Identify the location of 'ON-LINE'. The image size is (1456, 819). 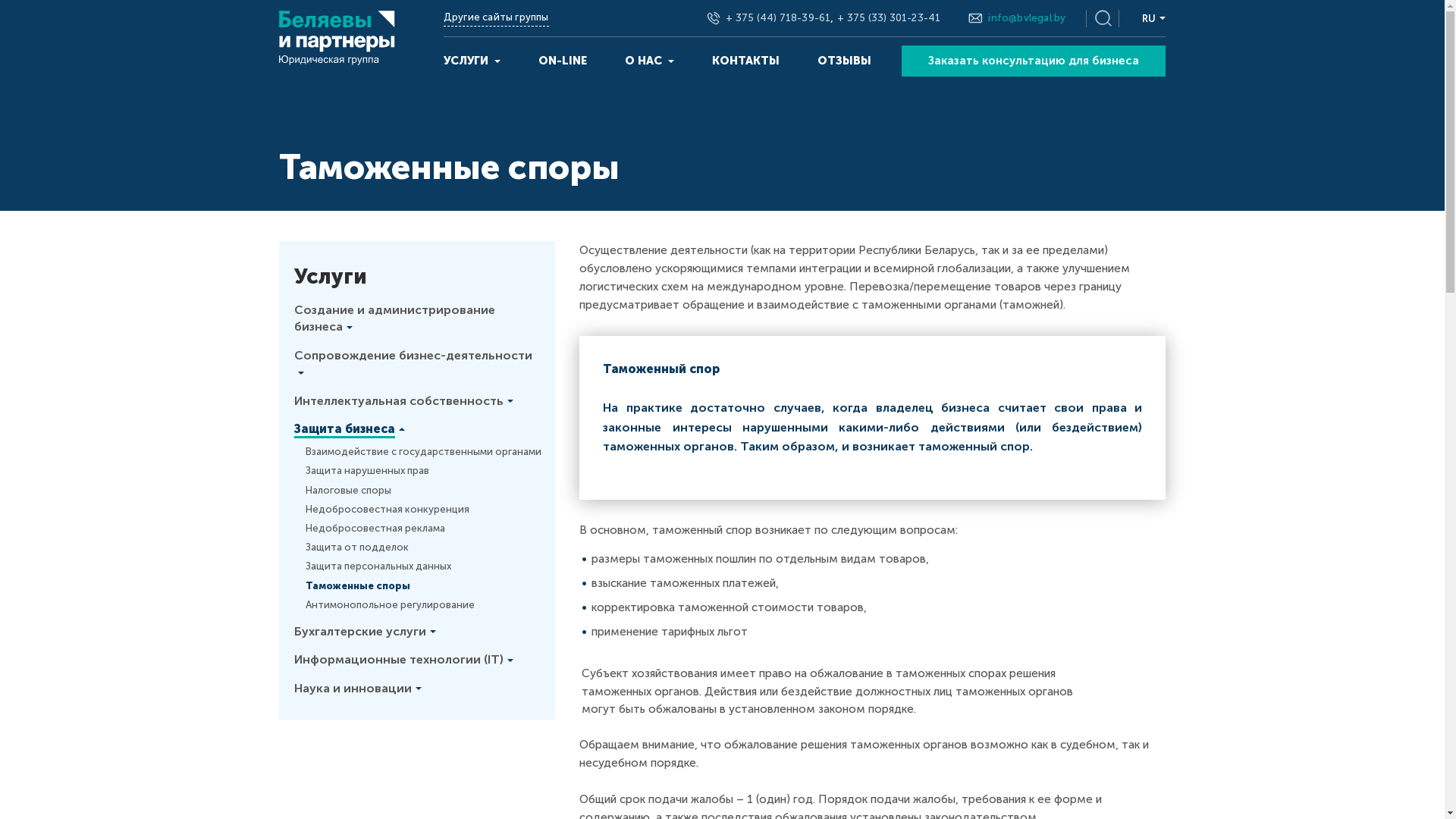
(562, 60).